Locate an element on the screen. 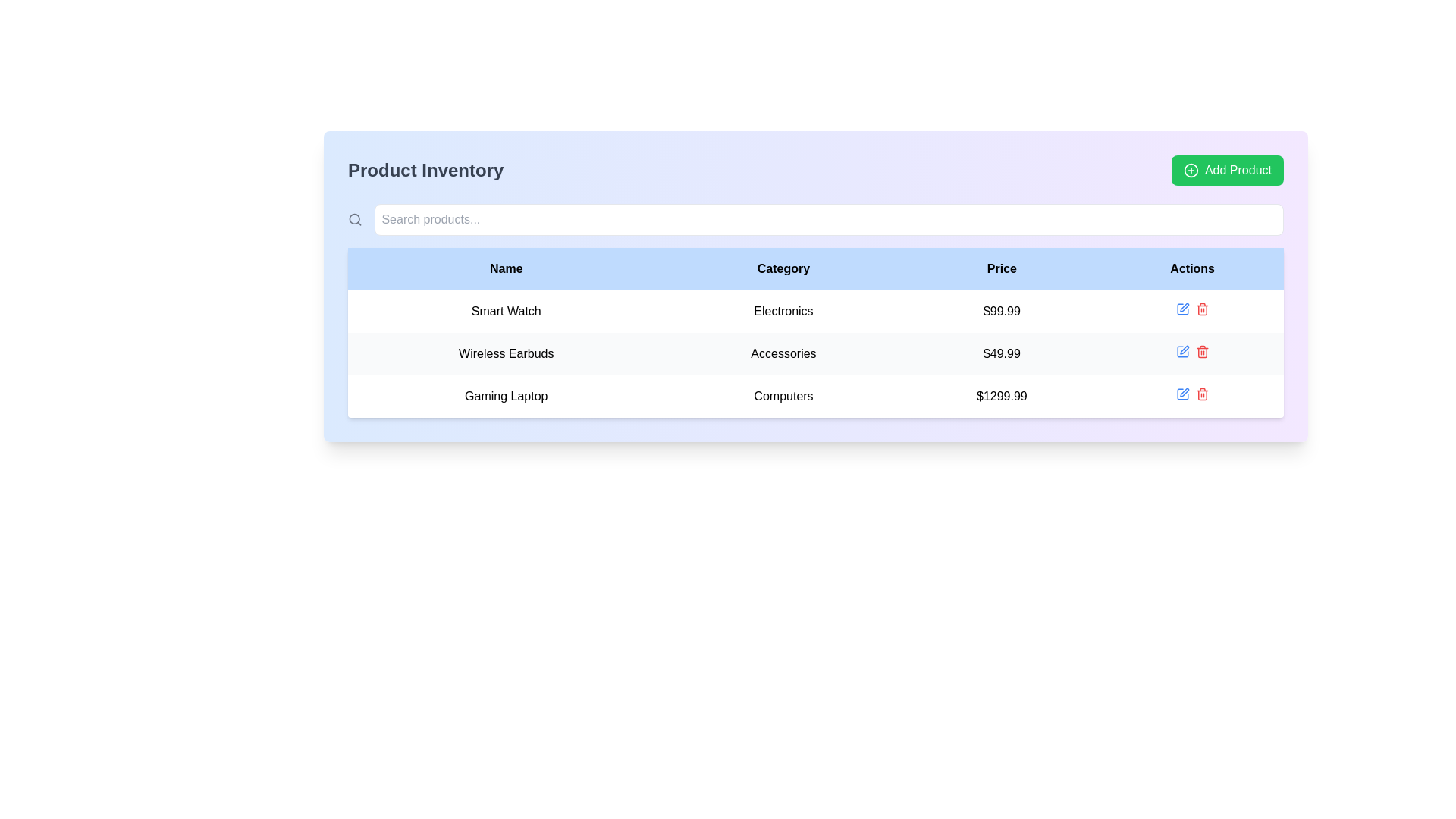 The width and height of the screenshot is (1456, 819). the red trash bin icon button located in the 'Actions' column next to the edit icon for the 'Gaming Laptop' item is located at coordinates (1201, 394).